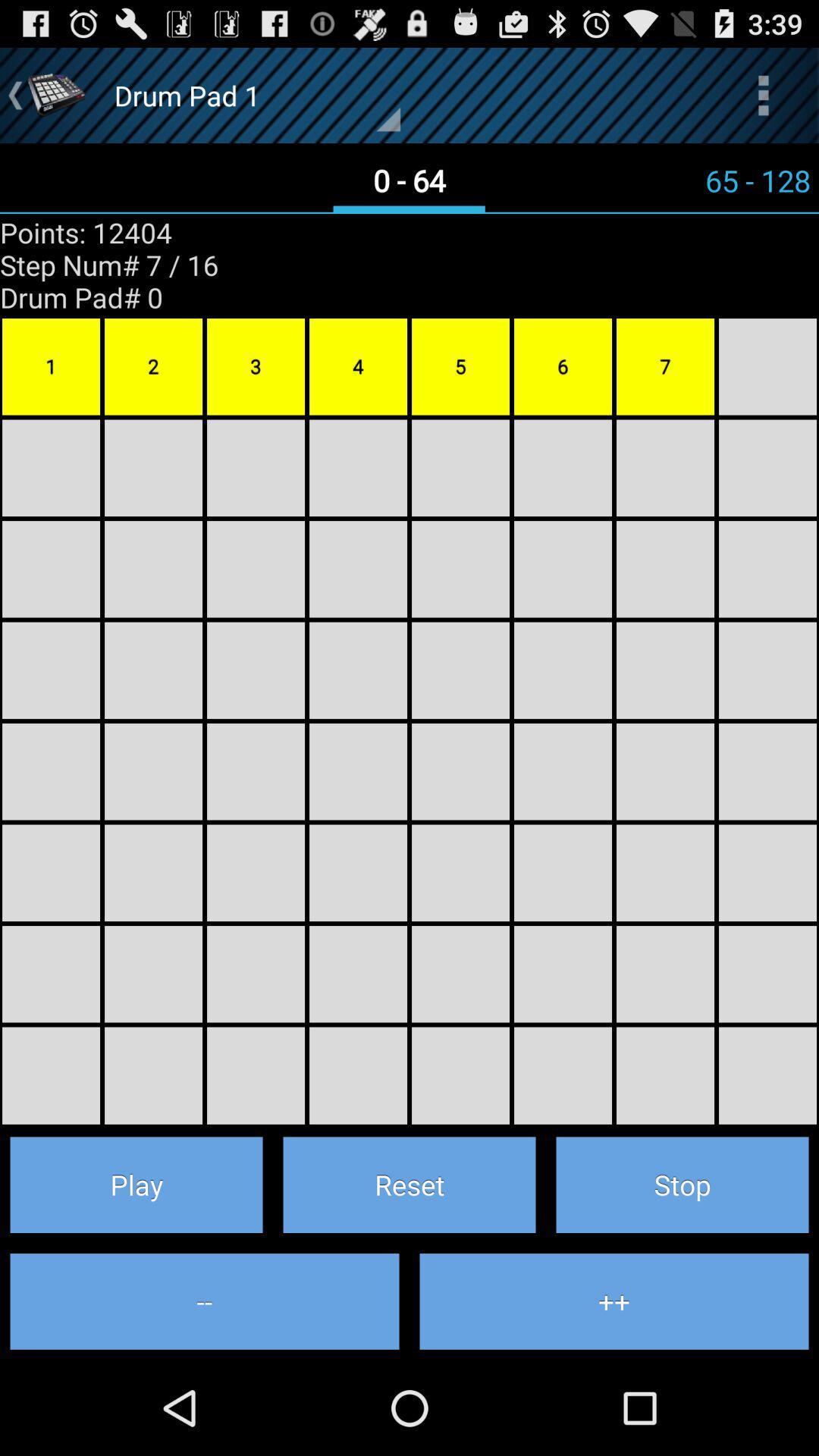 This screenshot has height=1456, width=819. What do you see at coordinates (50, 771) in the screenshot?
I see `4th box below 1` at bounding box center [50, 771].